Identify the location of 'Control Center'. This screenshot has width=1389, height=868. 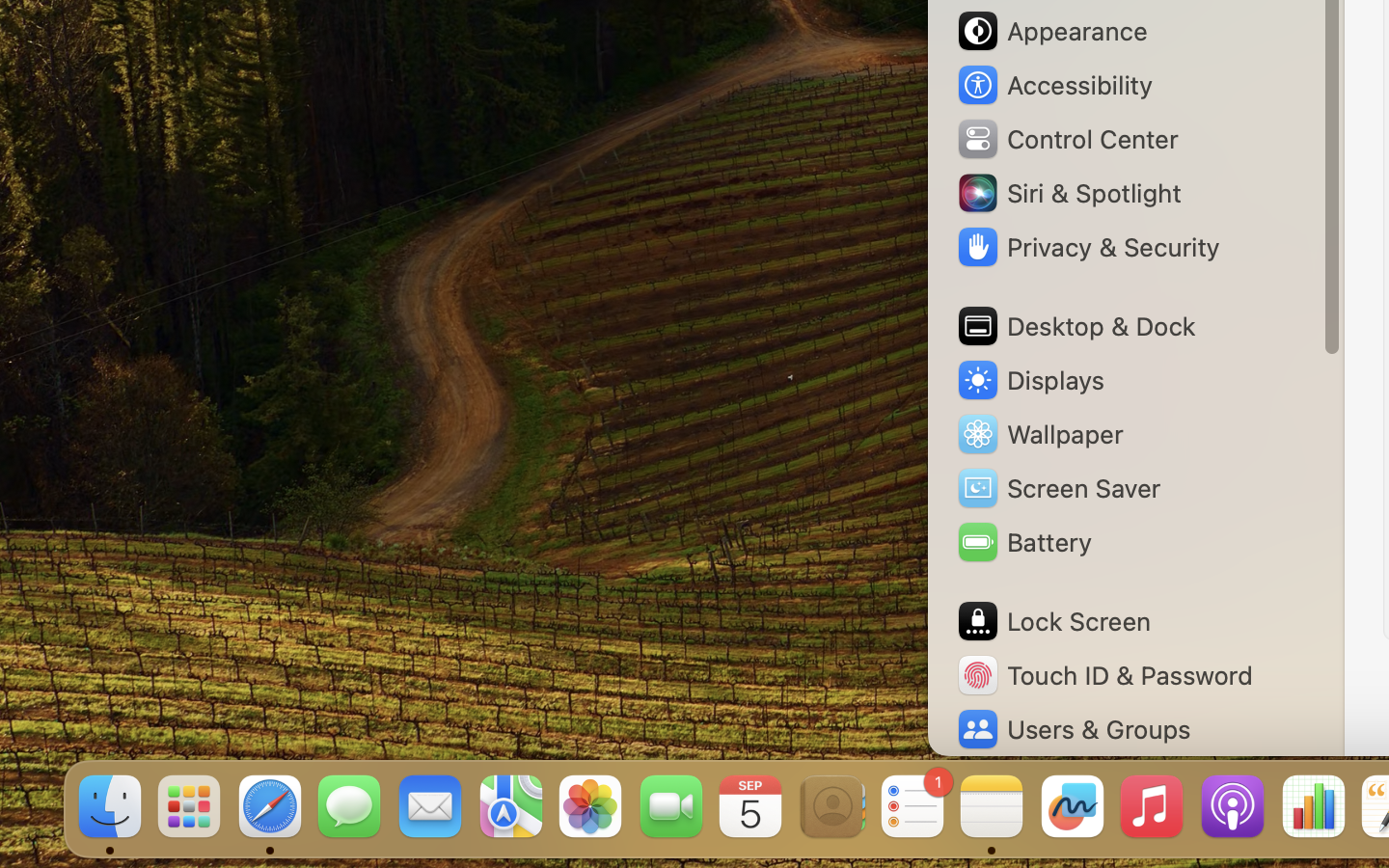
(1066, 139).